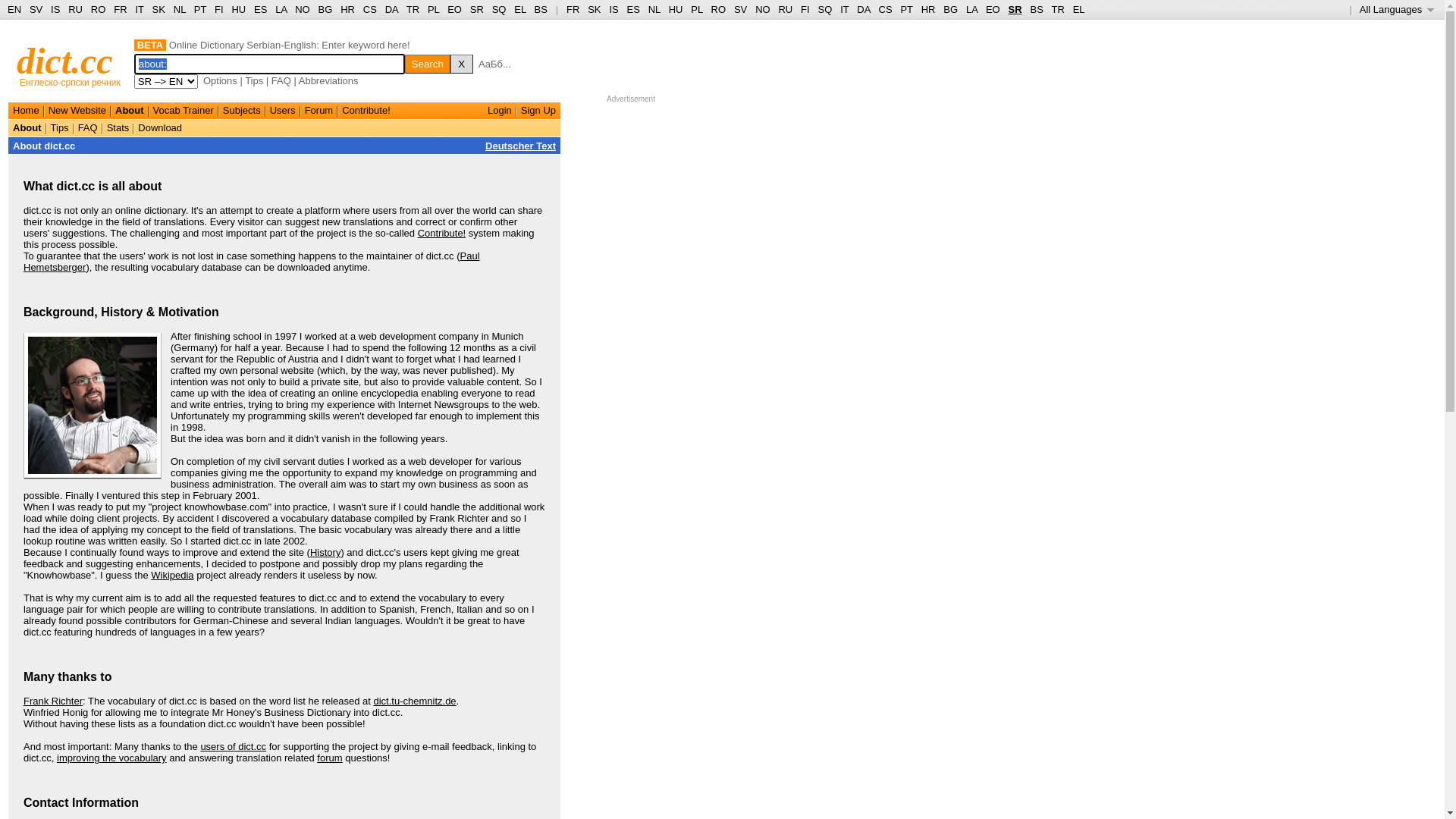  Describe the element at coordinates (182, 109) in the screenshot. I see `'Vocab Trainer'` at that location.